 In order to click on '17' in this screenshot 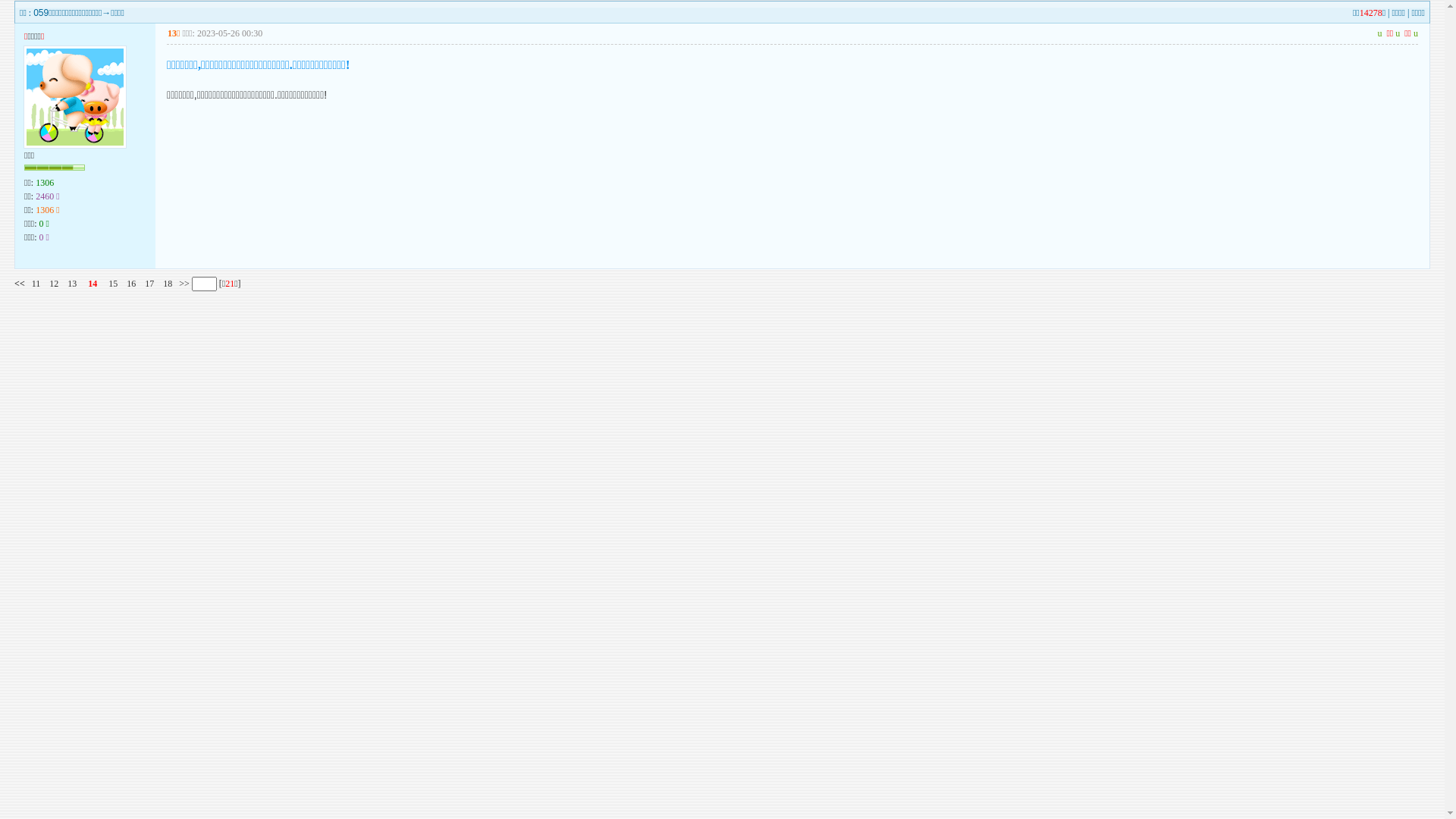, I will do `click(149, 284)`.